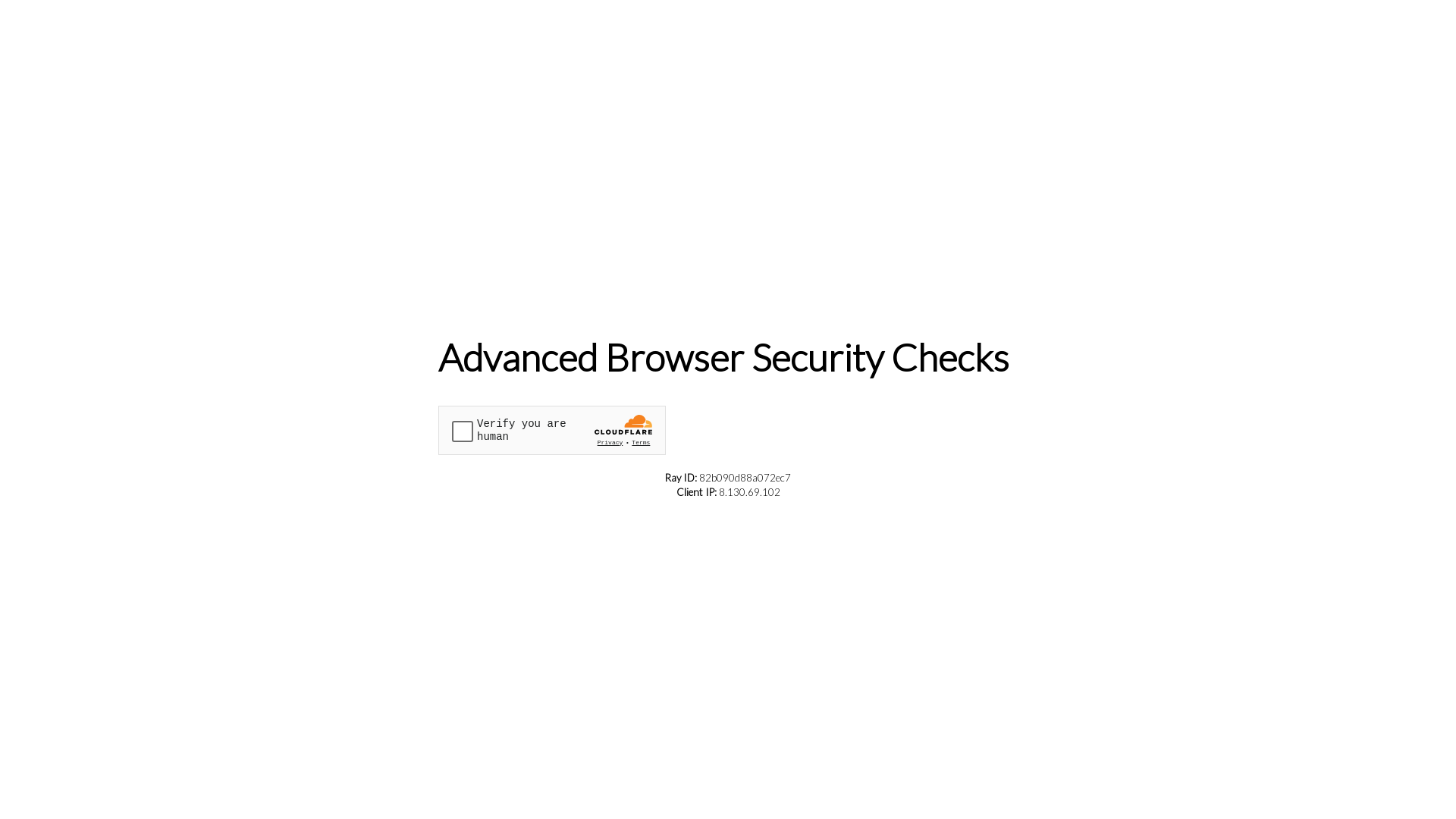 The image size is (1456, 819). Describe the element at coordinates (551, 429) in the screenshot. I see `'Widget containing a Cloudflare security challenge'` at that location.